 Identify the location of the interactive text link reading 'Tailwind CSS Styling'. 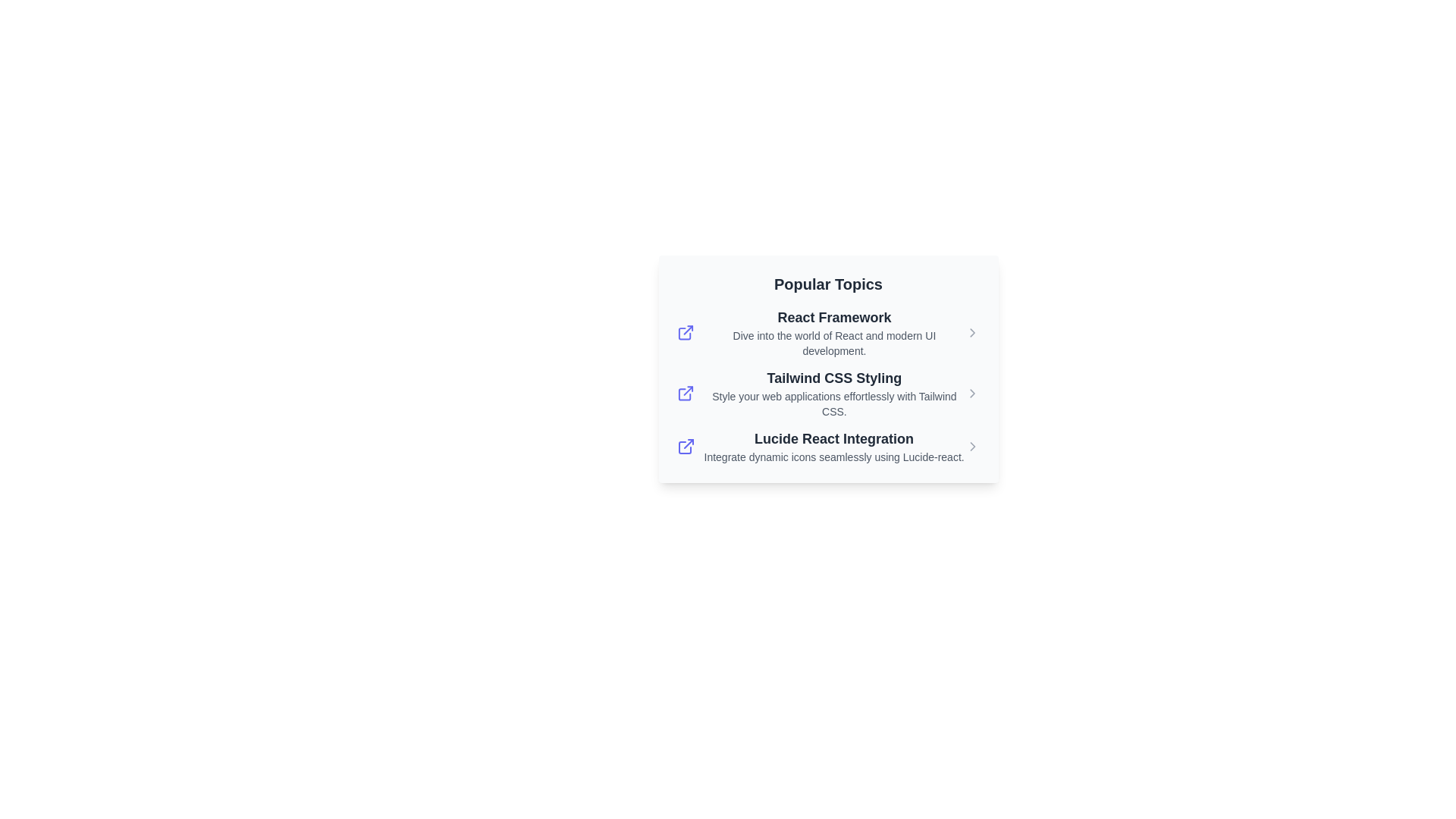
(833, 377).